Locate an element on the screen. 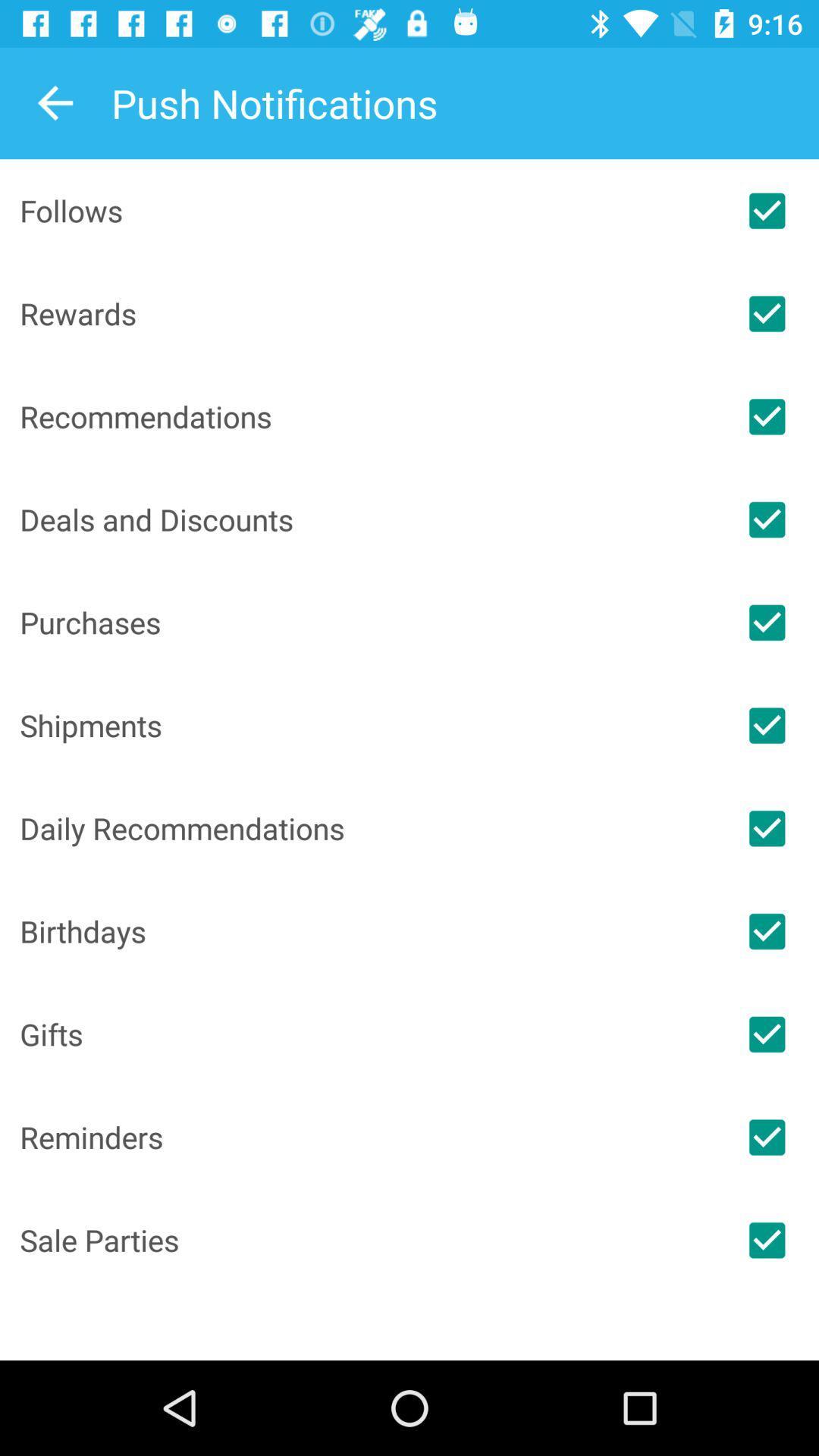 This screenshot has width=819, height=1456. enable/disable notifications for recommendations is located at coordinates (767, 416).